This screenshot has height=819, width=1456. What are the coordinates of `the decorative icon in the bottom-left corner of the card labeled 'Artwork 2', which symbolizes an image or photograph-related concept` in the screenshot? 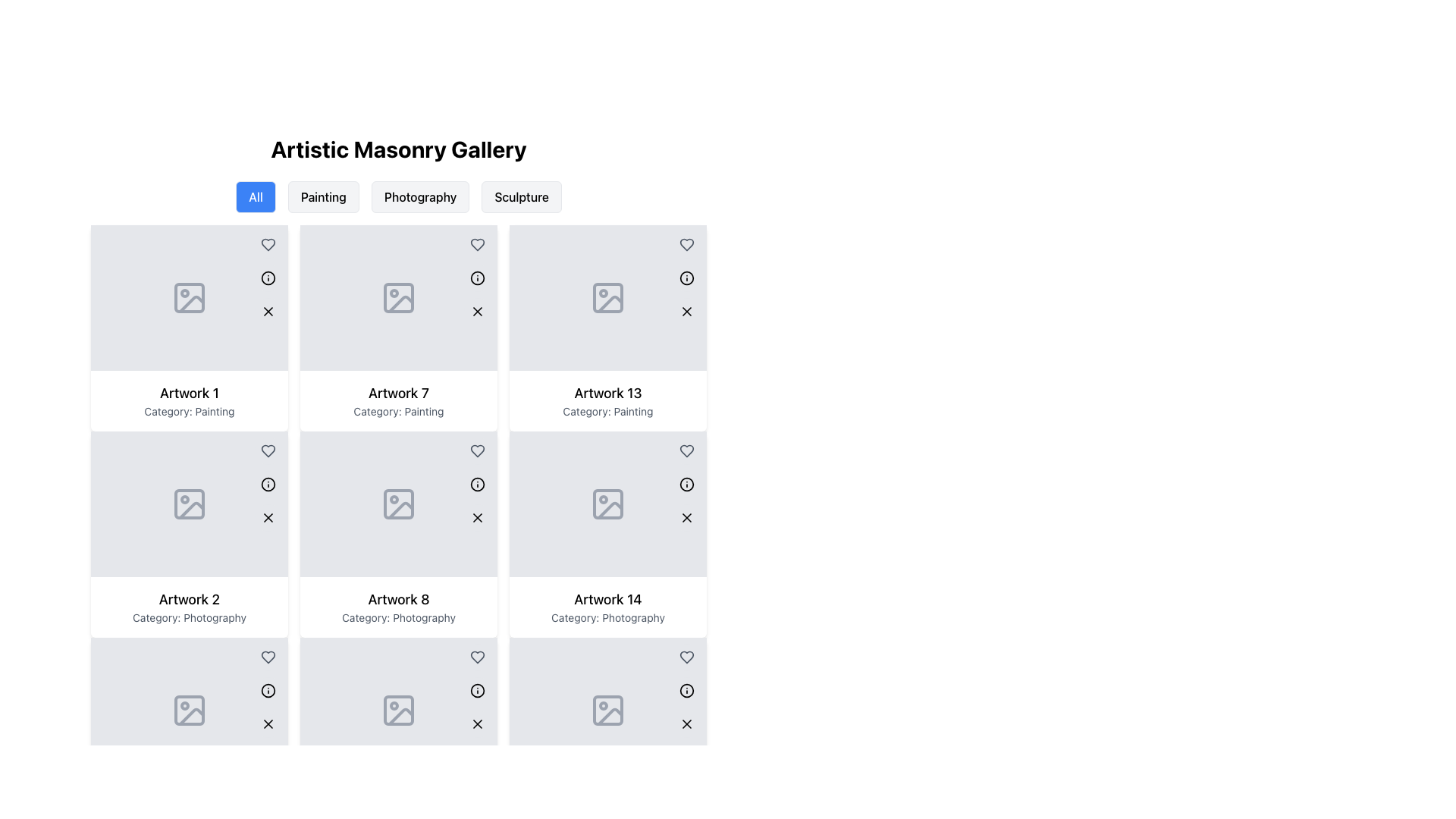 It's located at (191, 717).